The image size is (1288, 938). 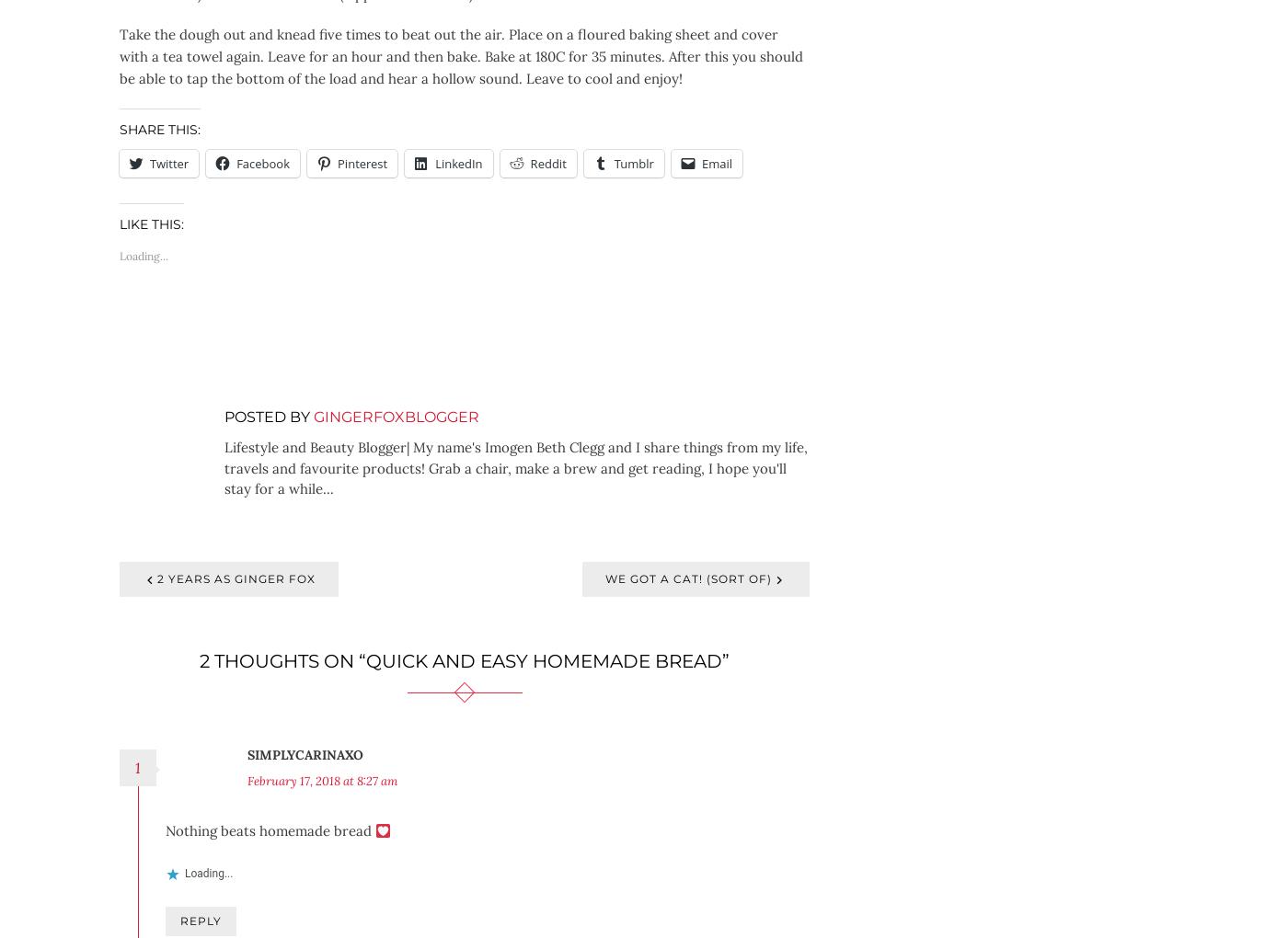 I want to click on 'Twitter', so click(x=168, y=162).